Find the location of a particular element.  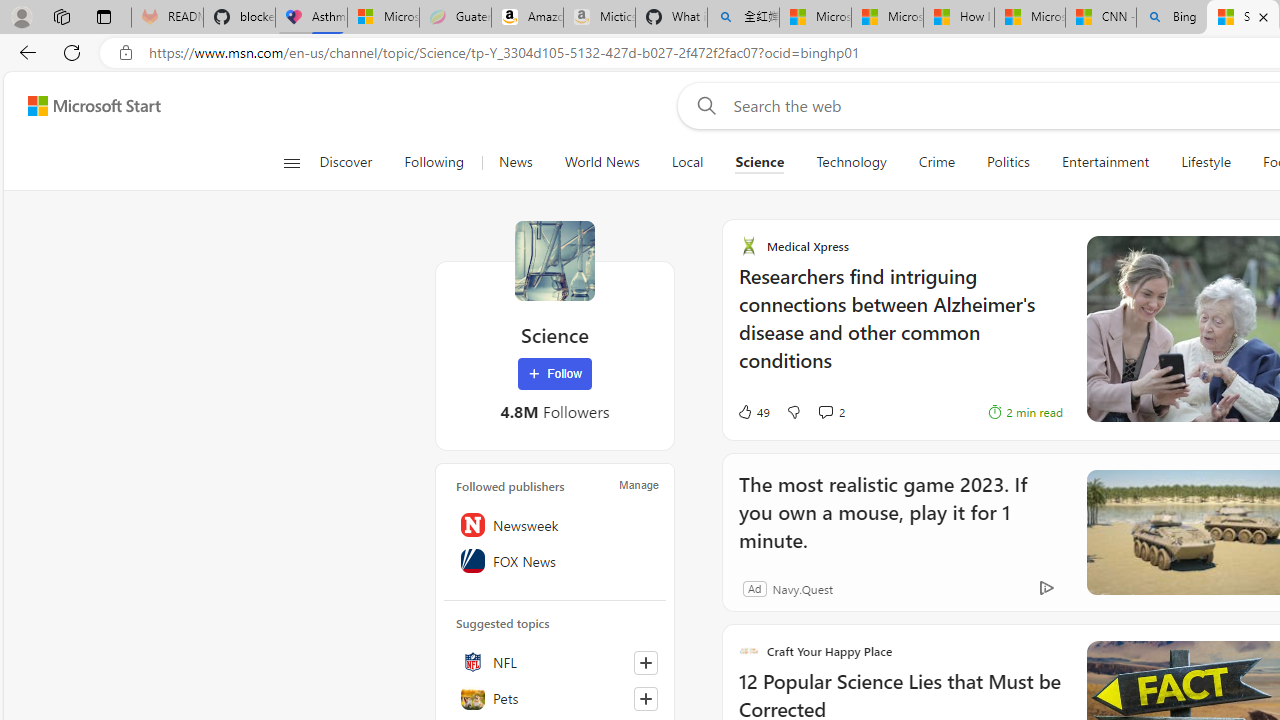

'News' is located at coordinates (515, 162).